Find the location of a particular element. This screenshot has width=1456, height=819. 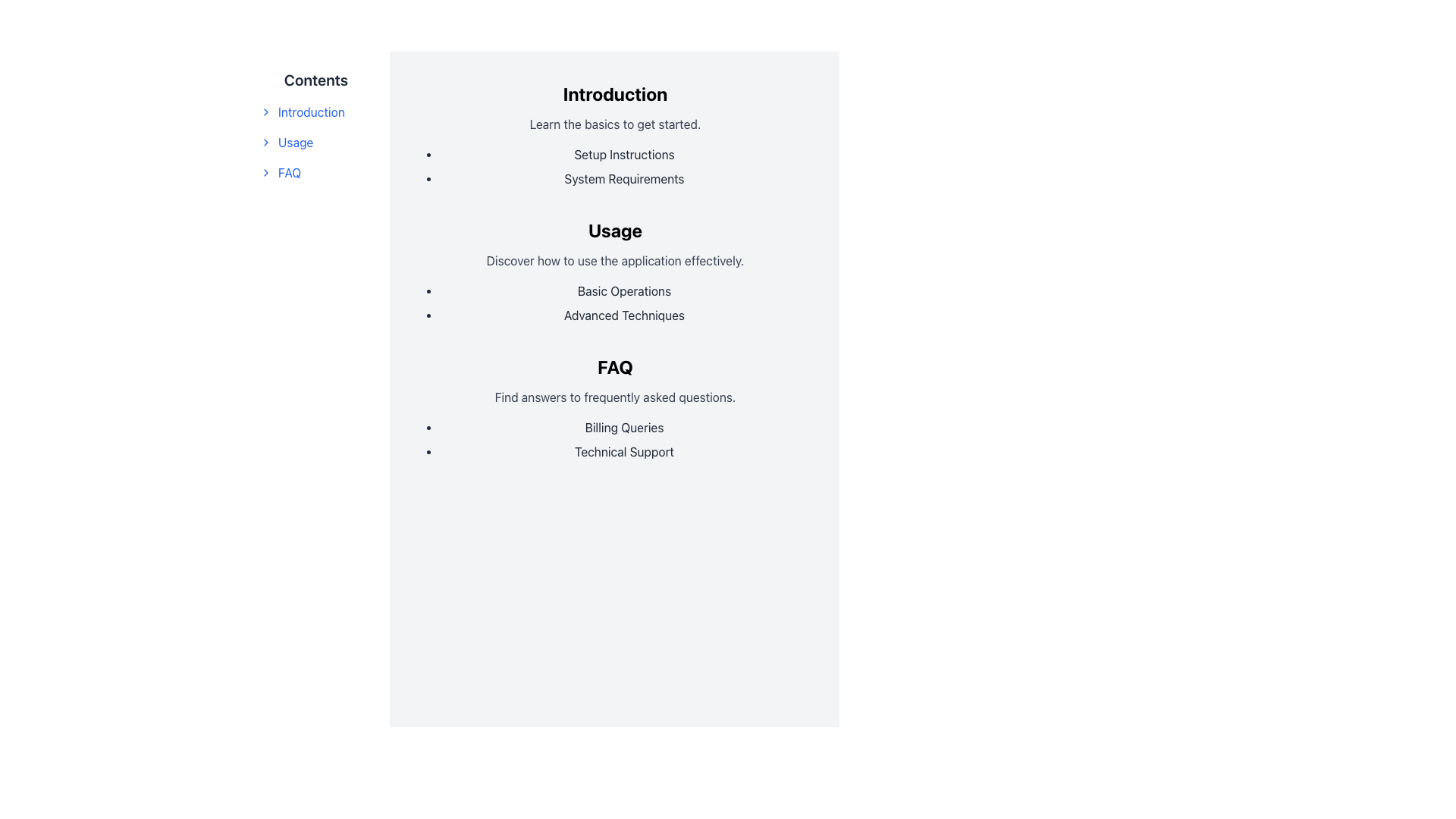

contents of the List element located in the 'FAQ' section, specifically presenting options for 'Billing Queries' and 'Technical Support' is located at coordinates (615, 439).